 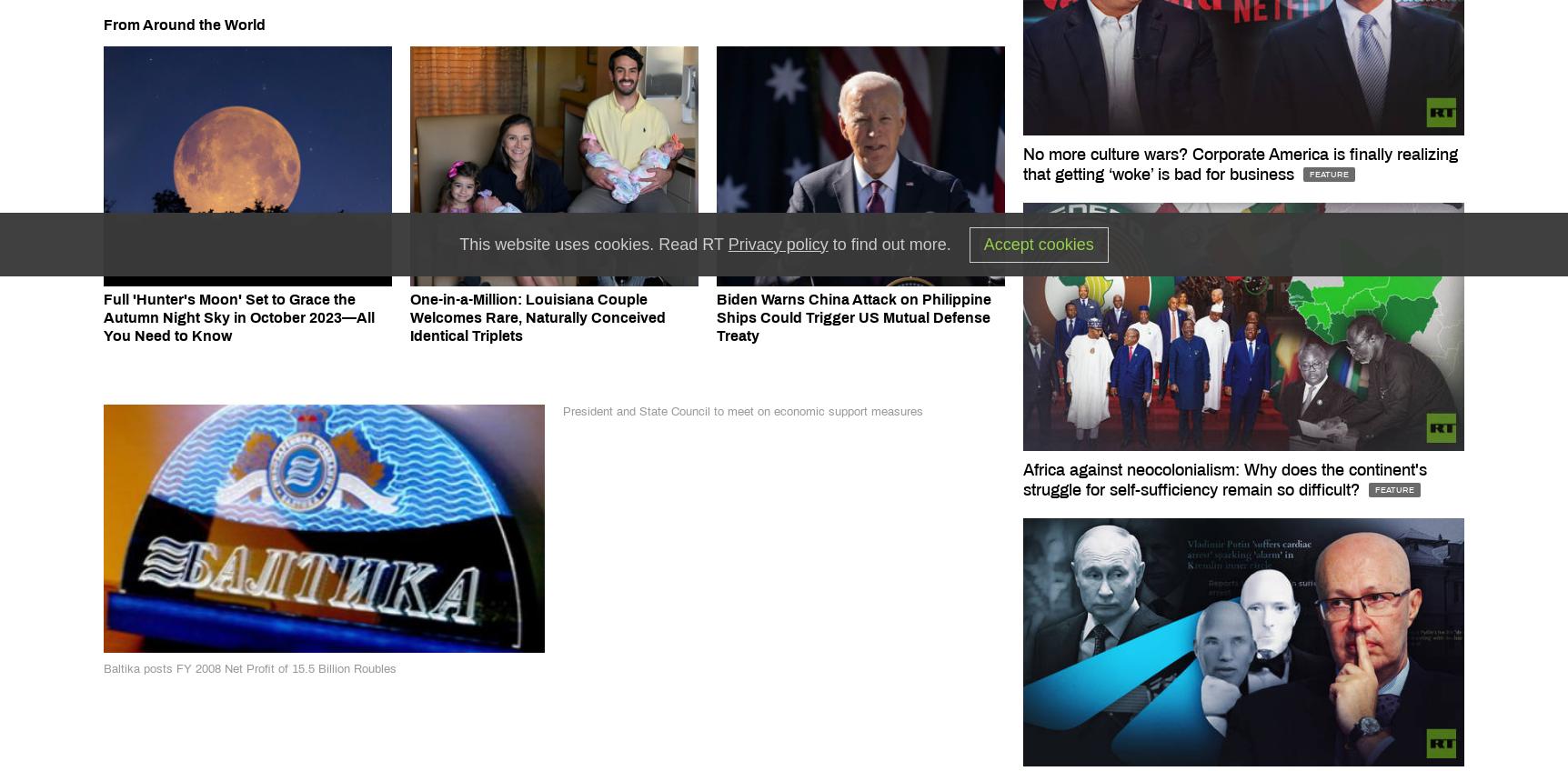 What do you see at coordinates (102, 24) in the screenshot?
I see `'From Around the World'` at bounding box center [102, 24].